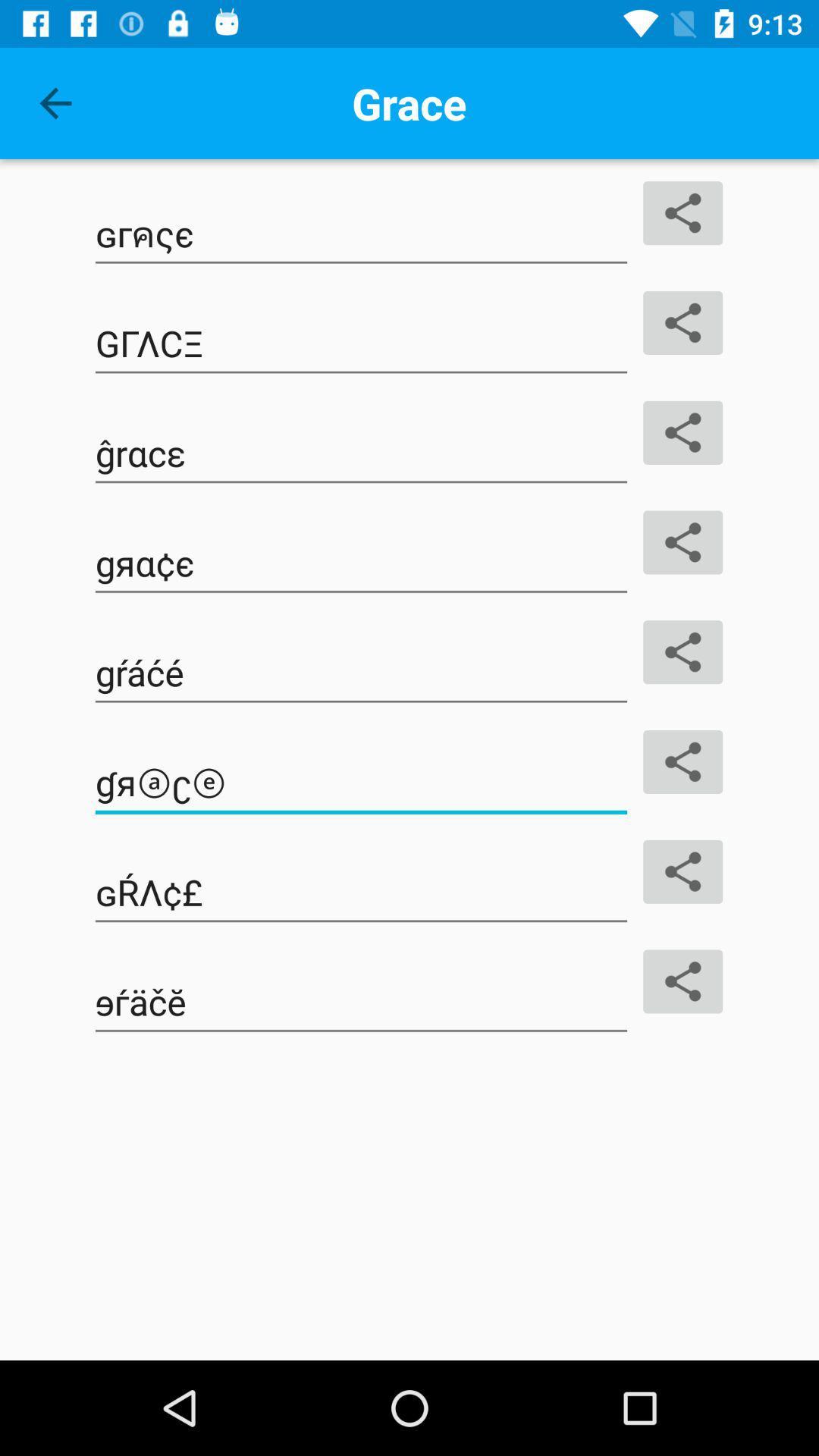 The image size is (819, 1456). I want to click on the share icon which is in the second line, so click(683, 322).